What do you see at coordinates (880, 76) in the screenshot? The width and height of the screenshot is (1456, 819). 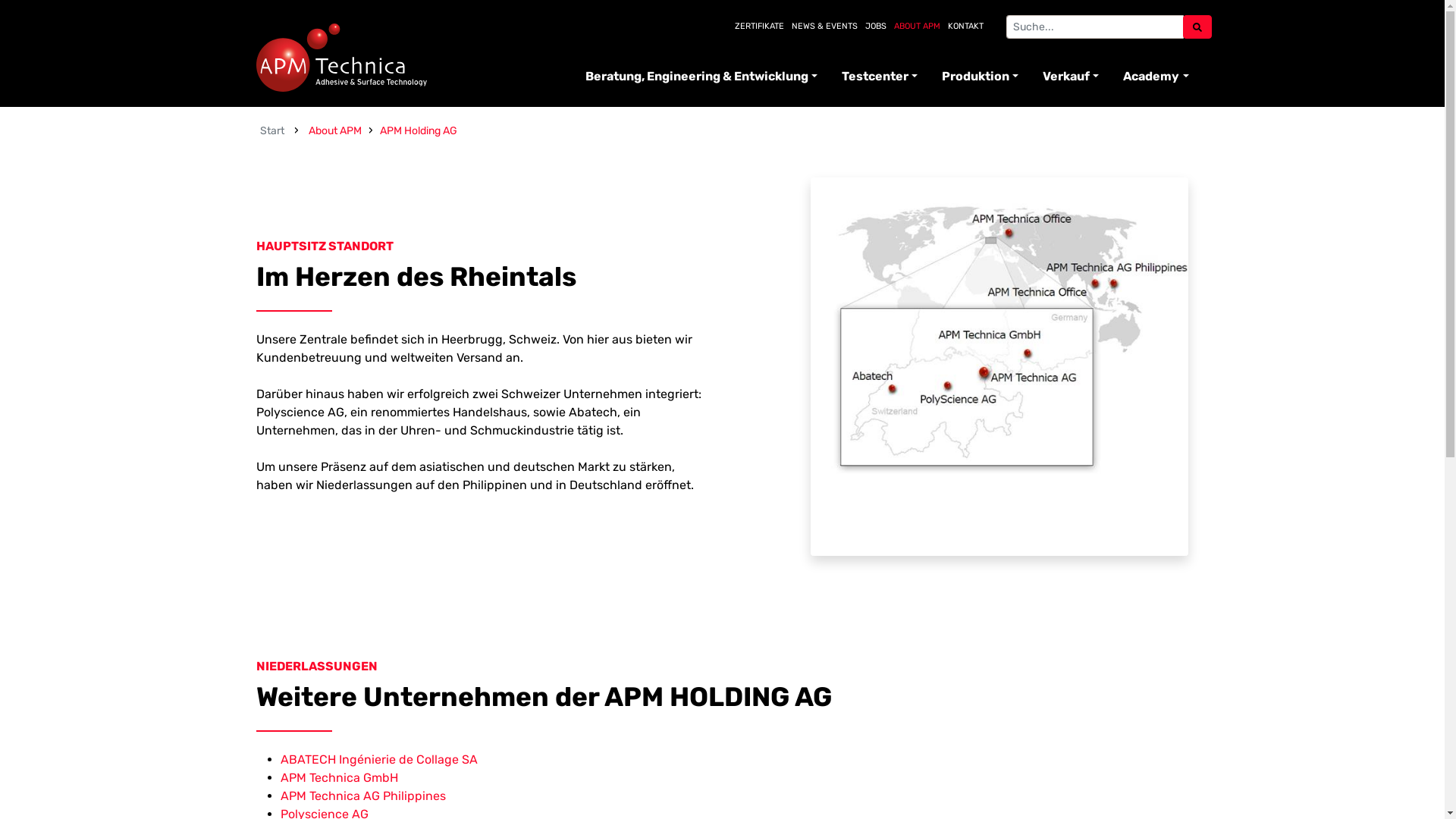 I see `'Testcenter'` at bounding box center [880, 76].